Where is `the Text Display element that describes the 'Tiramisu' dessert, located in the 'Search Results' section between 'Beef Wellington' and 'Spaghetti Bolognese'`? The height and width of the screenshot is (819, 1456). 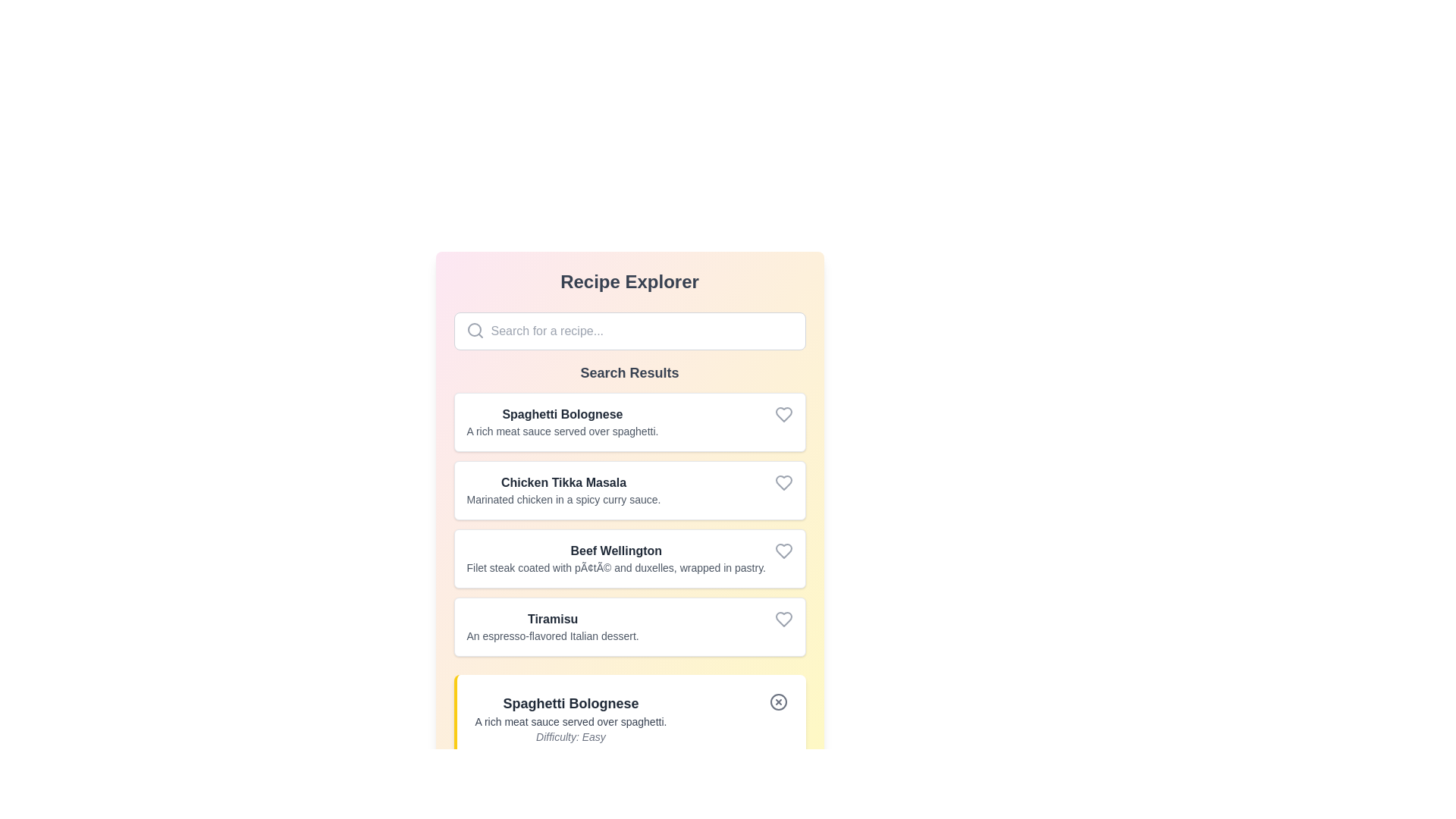
the Text Display element that describes the 'Tiramisu' dessert, located in the 'Search Results' section between 'Beef Wellington' and 'Spaghetti Bolognese' is located at coordinates (552, 626).